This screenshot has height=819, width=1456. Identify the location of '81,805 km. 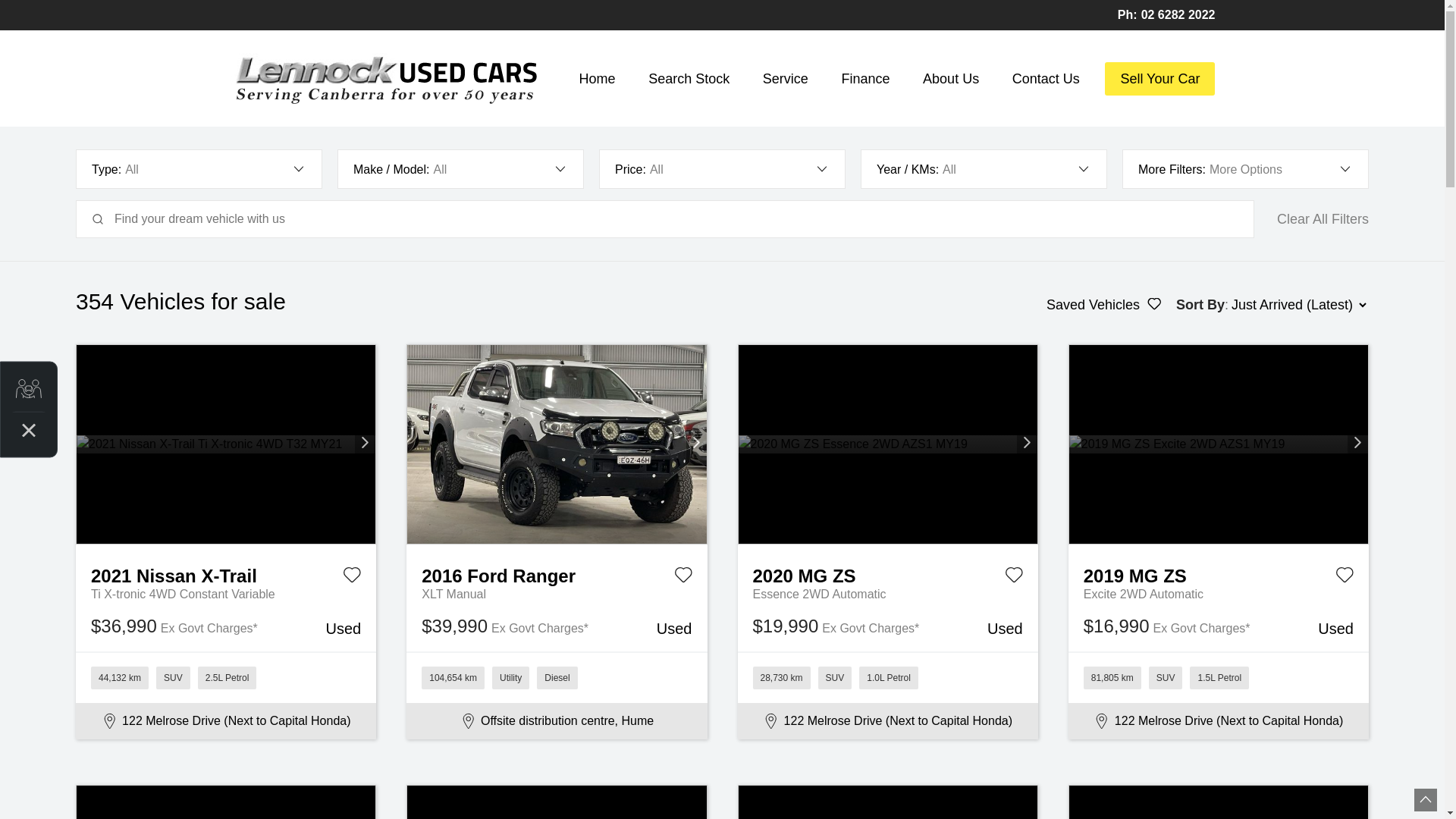
(1219, 676).